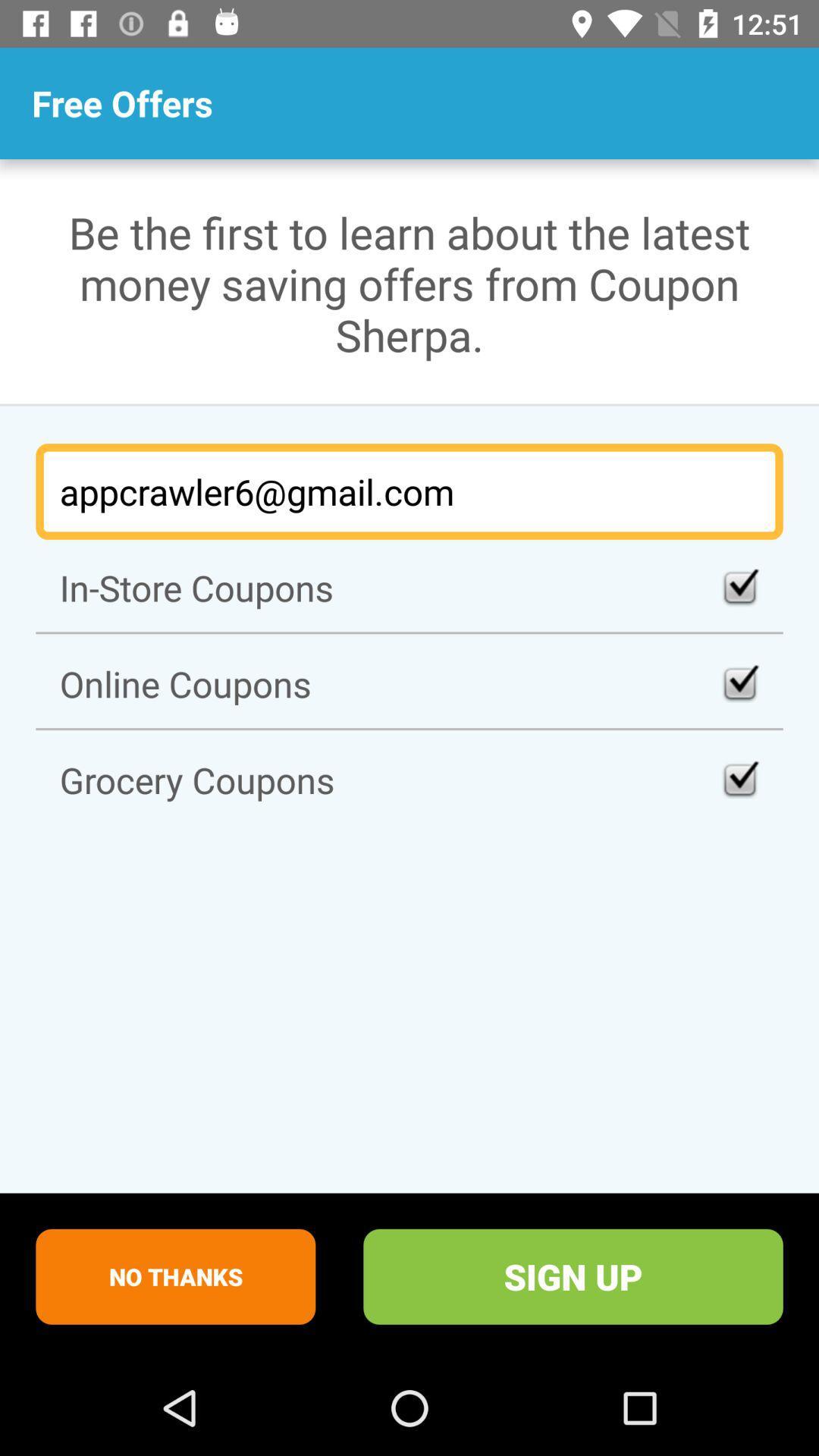 This screenshot has width=819, height=1456. Describe the element at coordinates (573, 1276) in the screenshot. I see `sign up at the bottom right corner` at that location.